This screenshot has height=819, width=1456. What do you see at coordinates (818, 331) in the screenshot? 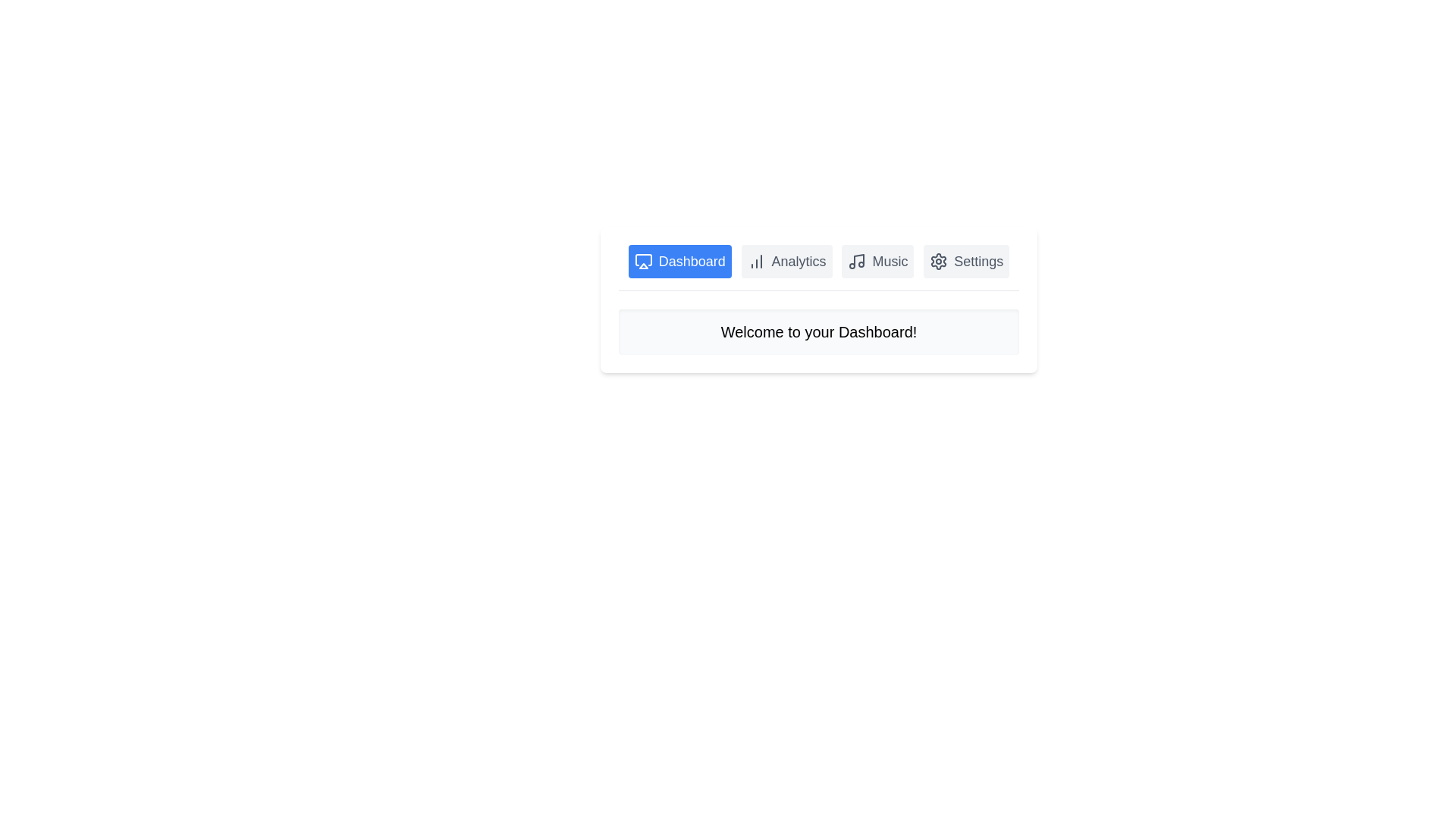
I see `the welcoming message static text element located below the navigation buttons on the dashboard` at bounding box center [818, 331].